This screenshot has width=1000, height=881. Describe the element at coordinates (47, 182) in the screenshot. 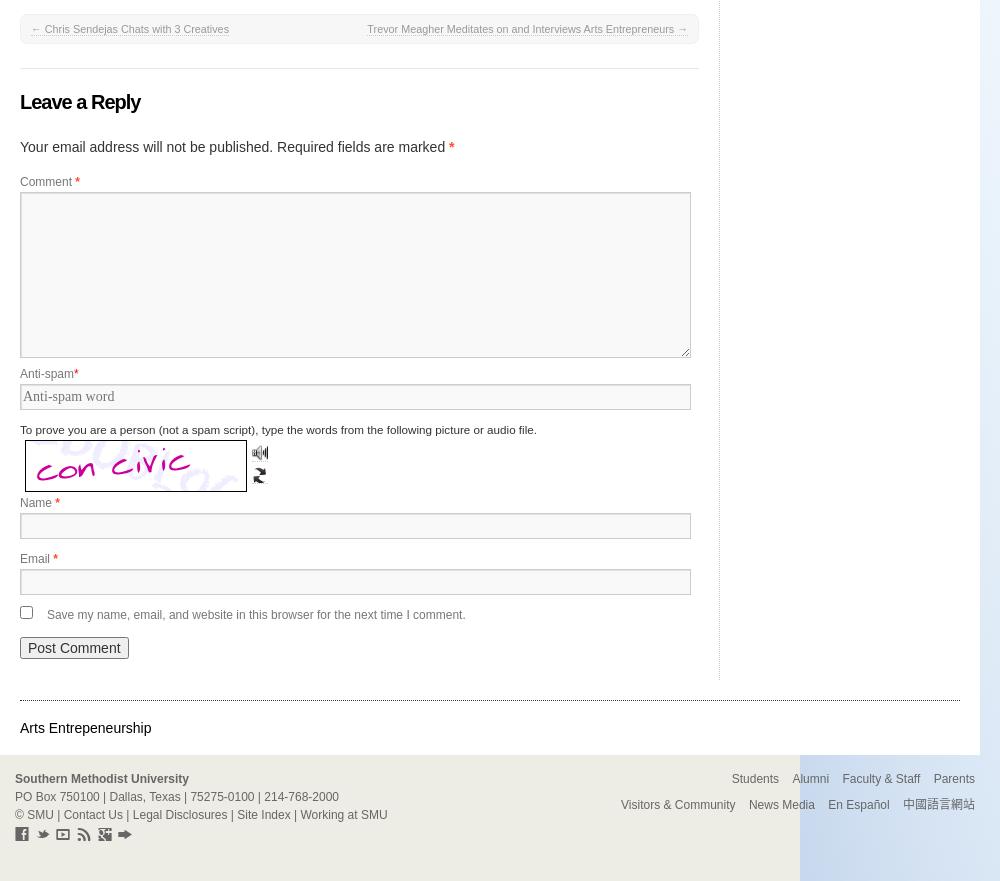

I see `'Comment'` at that location.